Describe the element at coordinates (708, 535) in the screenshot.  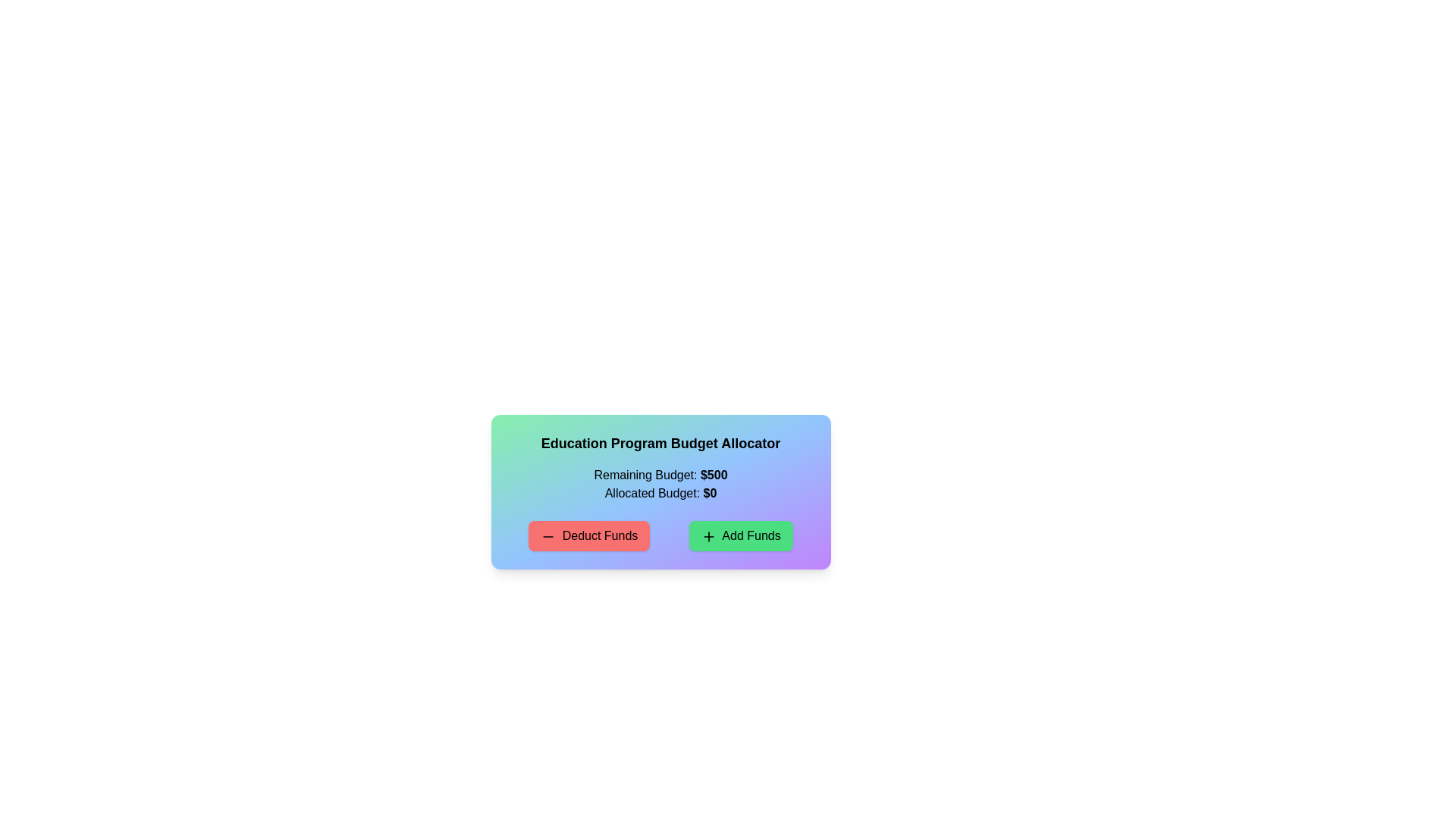
I see `the 'Add Funds' button icon, which is located to the right of the 'Deduct Funds' button in the bottom section of the interface` at that location.